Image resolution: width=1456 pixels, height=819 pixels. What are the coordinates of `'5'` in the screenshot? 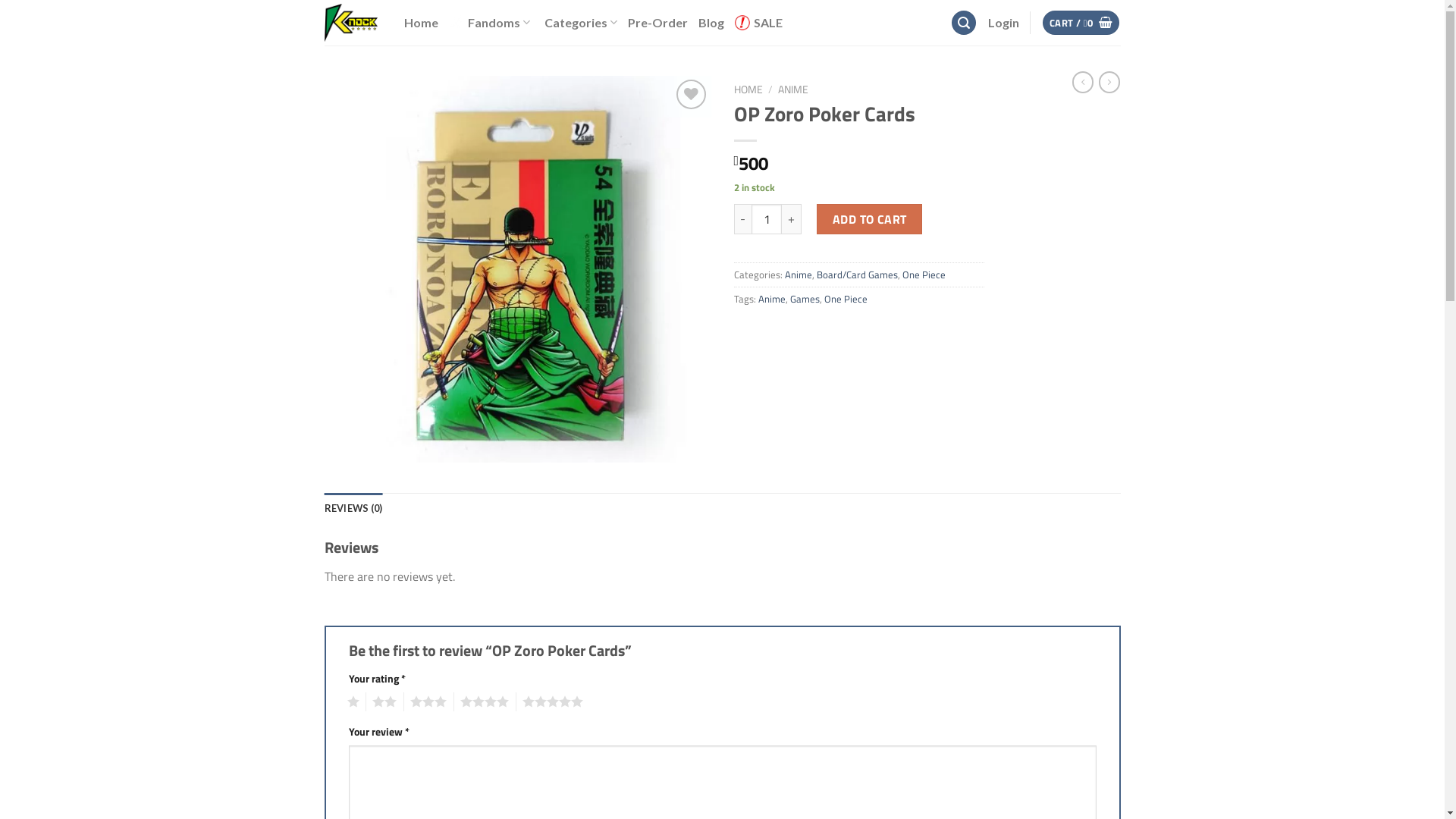 It's located at (548, 701).